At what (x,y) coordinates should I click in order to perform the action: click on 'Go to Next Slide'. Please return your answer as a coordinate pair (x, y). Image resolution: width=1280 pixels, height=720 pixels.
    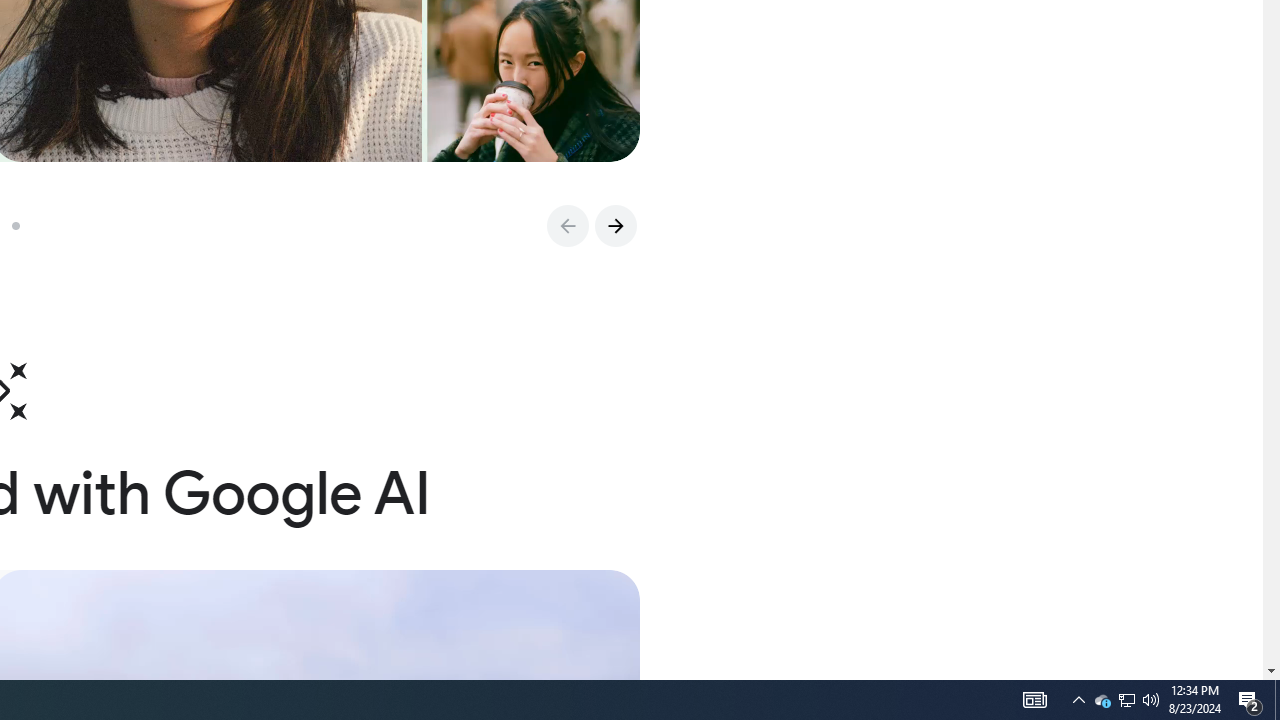
    Looking at the image, I should click on (614, 225).